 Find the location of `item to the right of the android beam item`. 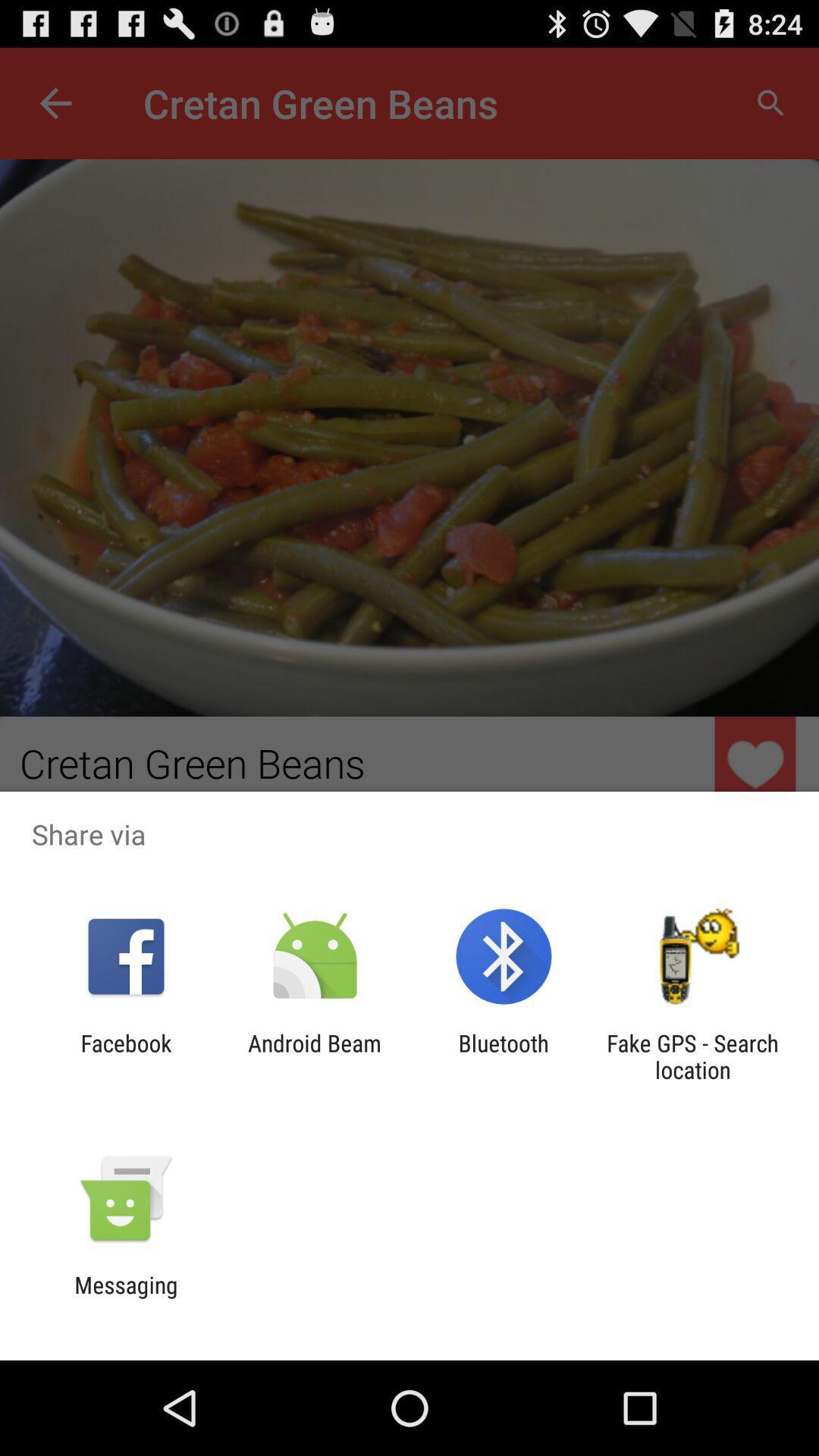

item to the right of the android beam item is located at coordinates (504, 1056).